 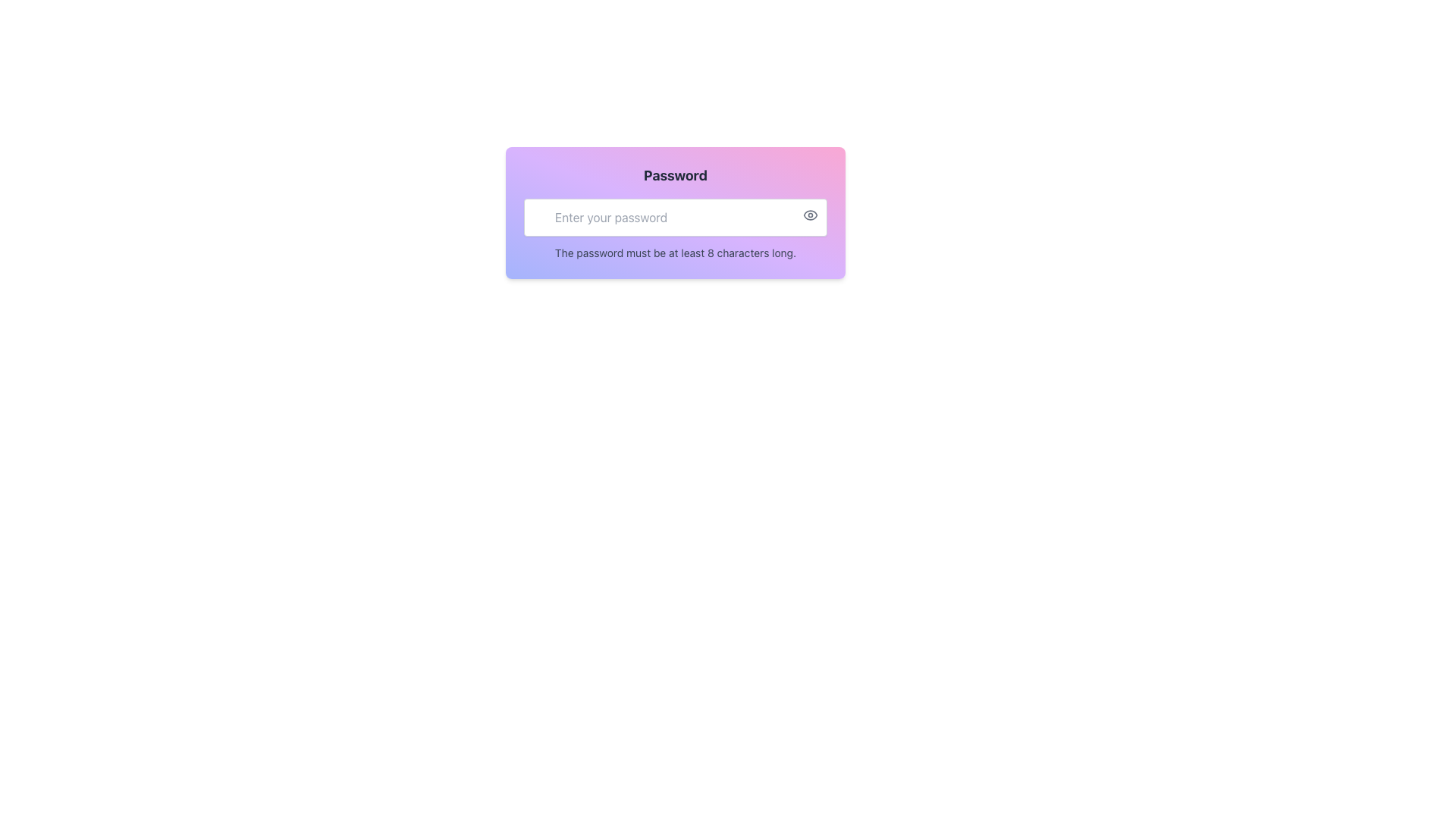 I want to click on the Text Label that informs the user about the password requirements, located below the 'Password' text input field and styled with a gradient background and rounded corners, so click(x=675, y=253).